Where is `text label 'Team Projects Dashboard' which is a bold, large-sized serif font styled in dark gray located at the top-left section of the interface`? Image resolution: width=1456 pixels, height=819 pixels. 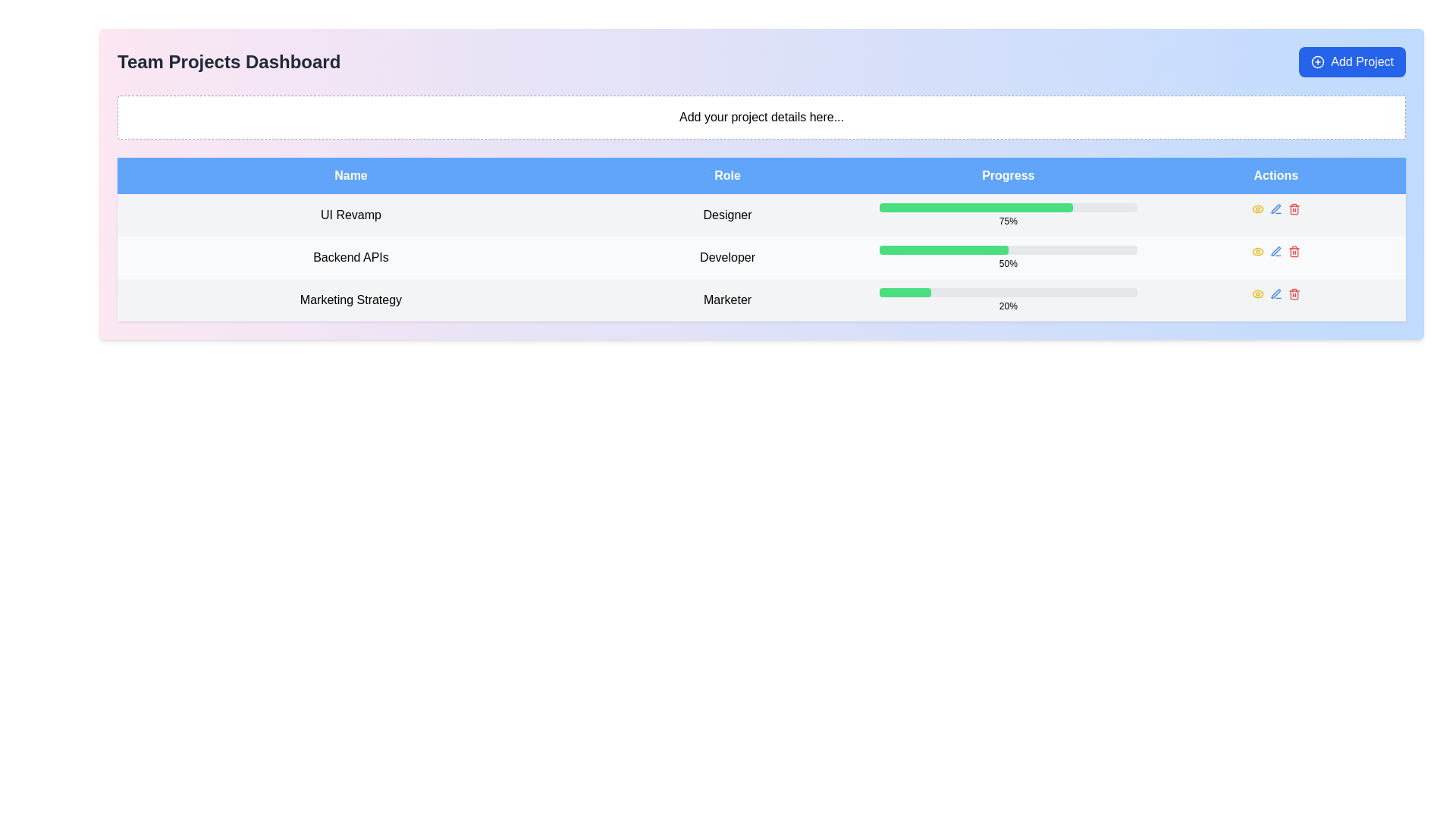
text label 'Team Projects Dashboard' which is a bold, large-sized serif font styled in dark gray located at the top-left section of the interface is located at coordinates (228, 61).